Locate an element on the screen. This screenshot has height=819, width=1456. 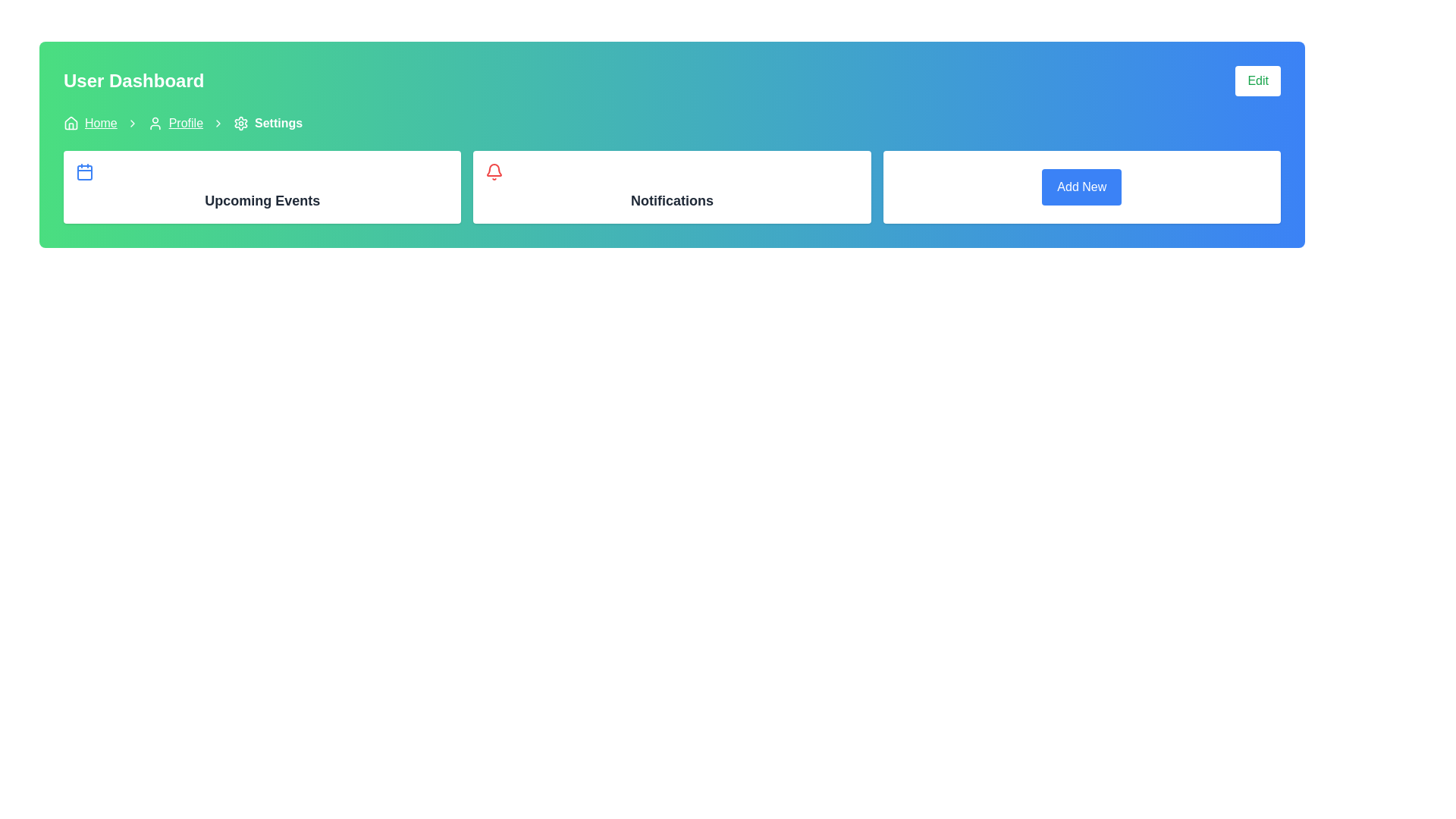
the Rectangle (SVG Element) that is part of the calendar icon located next to the 'Upcoming Events' label in the page header is located at coordinates (83, 171).